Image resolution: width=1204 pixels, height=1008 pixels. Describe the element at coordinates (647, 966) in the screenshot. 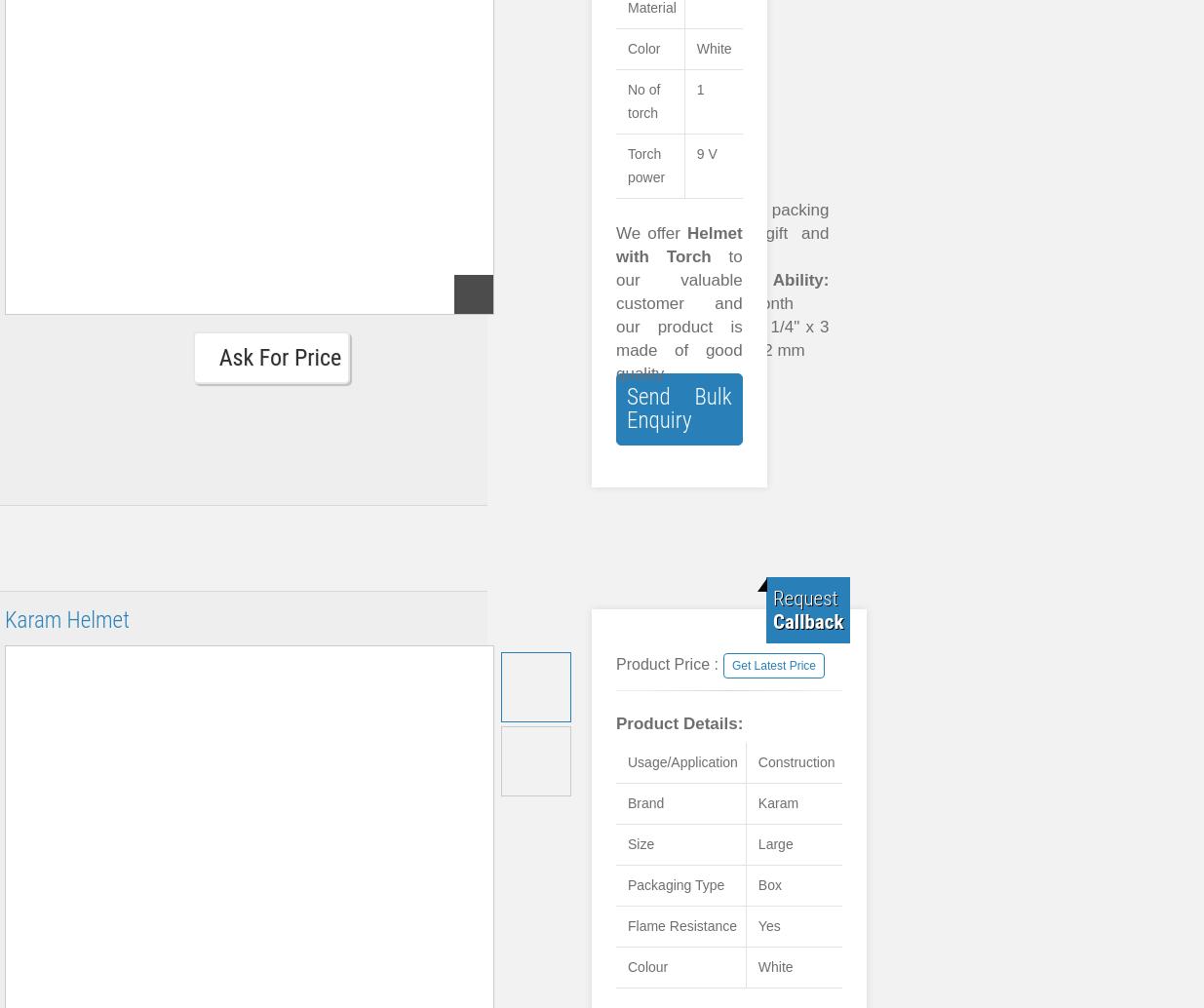

I see `'Colour'` at that location.